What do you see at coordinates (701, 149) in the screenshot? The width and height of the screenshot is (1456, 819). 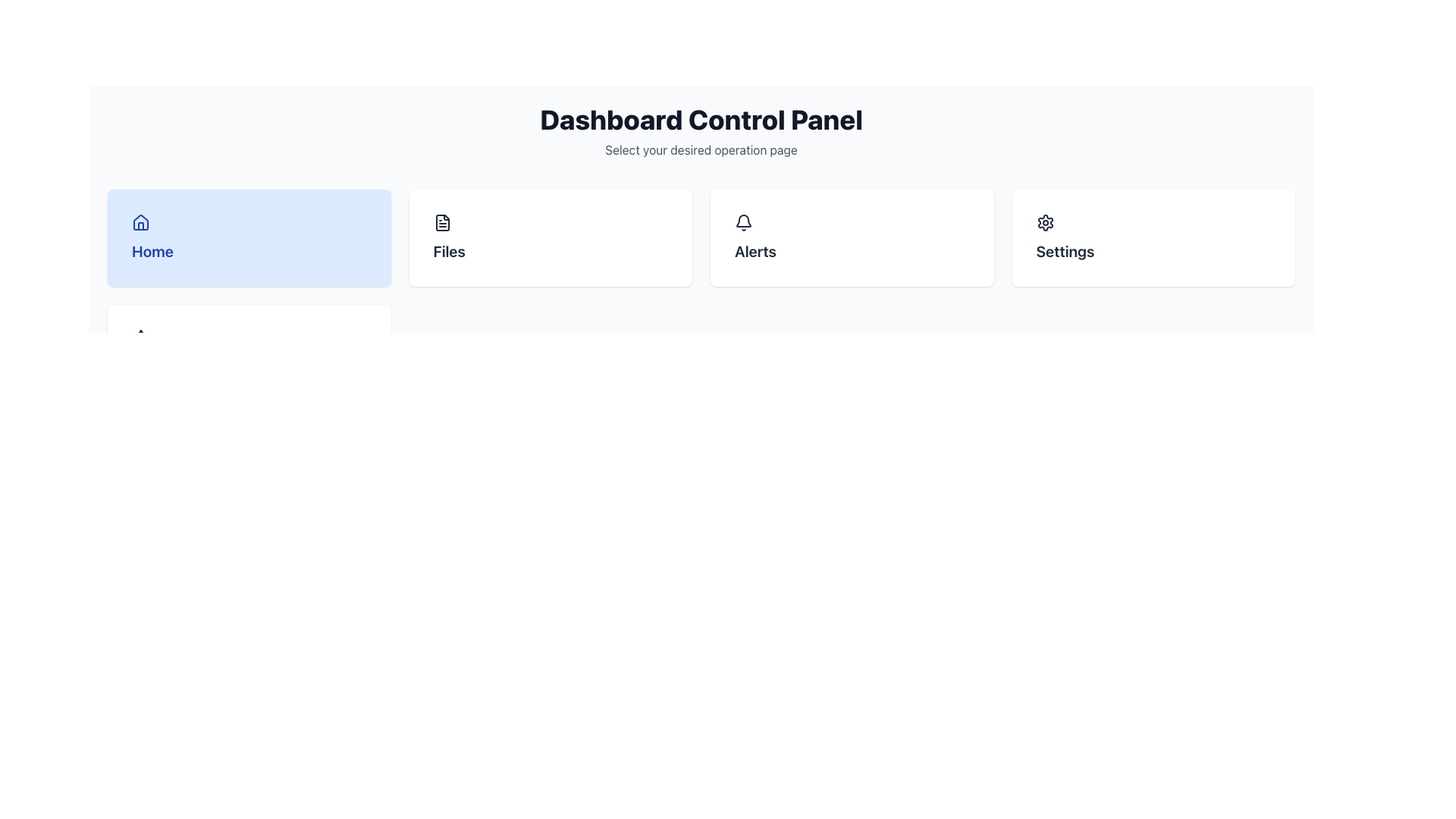 I see `the instructional Text Label located below the 'Dashboard Control Panel' heading, which provides guidance to the user` at bounding box center [701, 149].